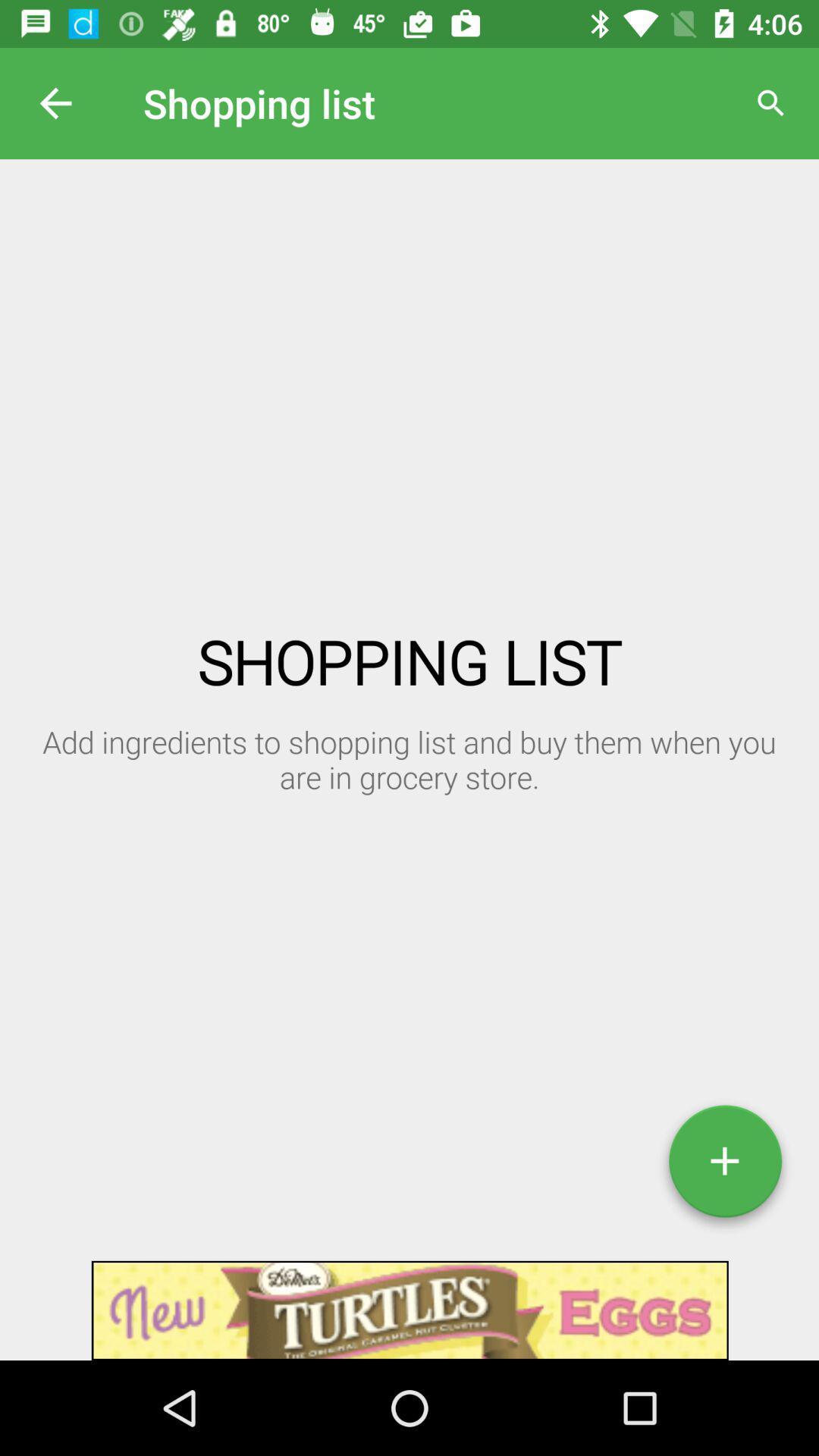 The height and width of the screenshot is (1456, 819). Describe the element at coordinates (724, 1166) in the screenshot. I see `the add icon` at that location.